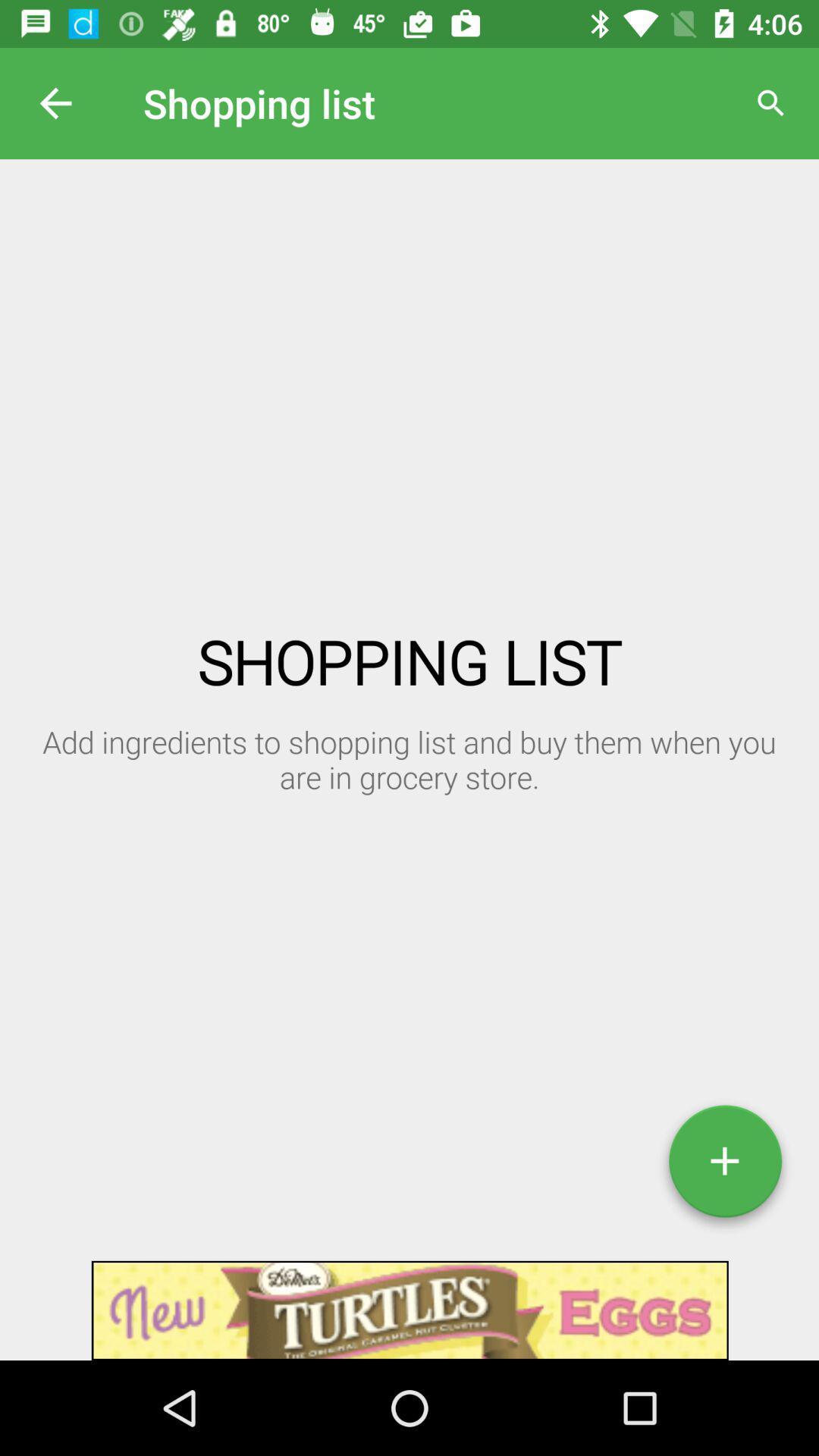 The height and width of the screenshot is (1456, 819). Describe the element at coordinates (724, 1166) in the screenshot. I see `the add icon` at that location.